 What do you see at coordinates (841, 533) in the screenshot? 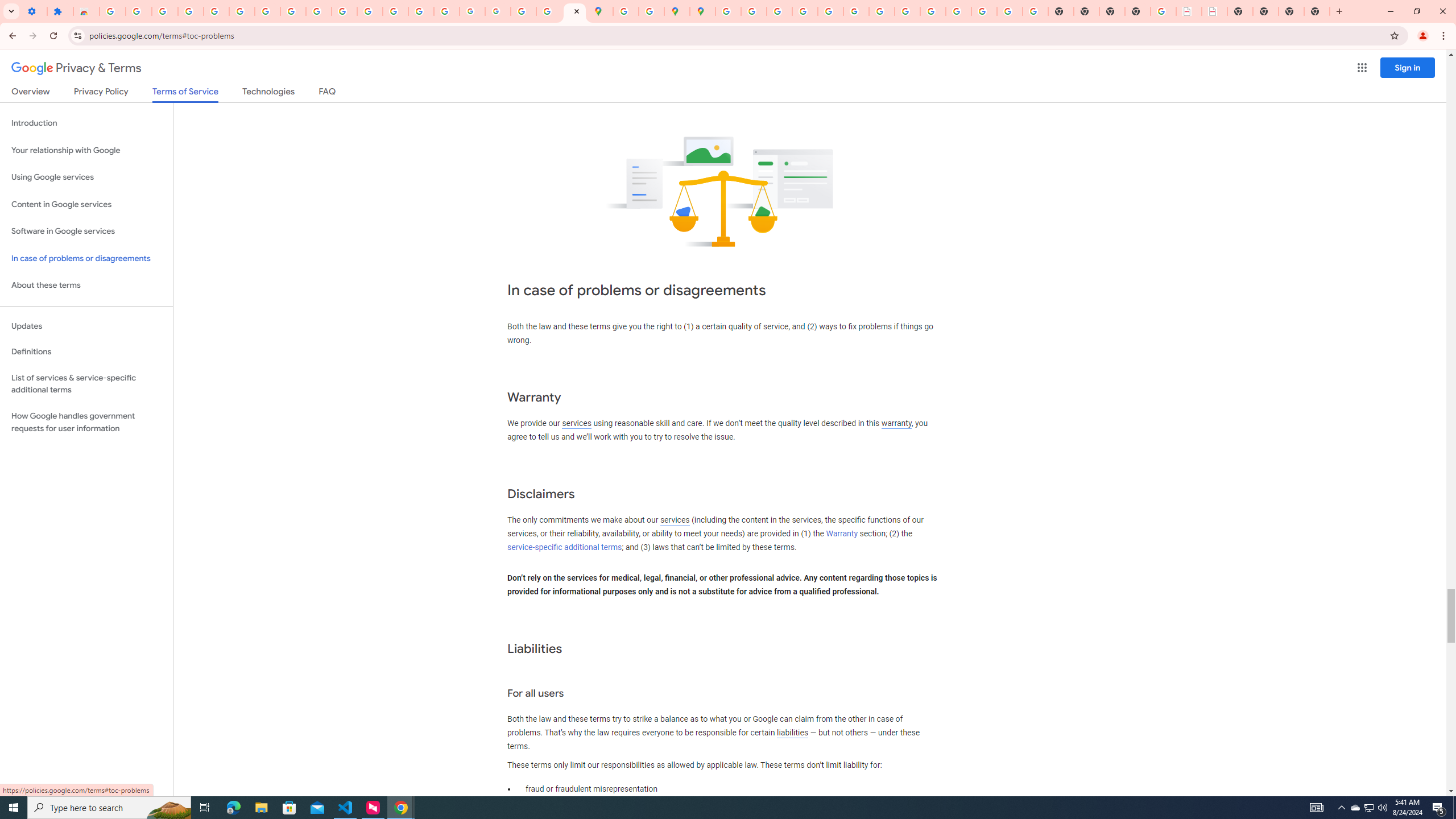
I see `'Warranty'` at bounding box center [841, 533].